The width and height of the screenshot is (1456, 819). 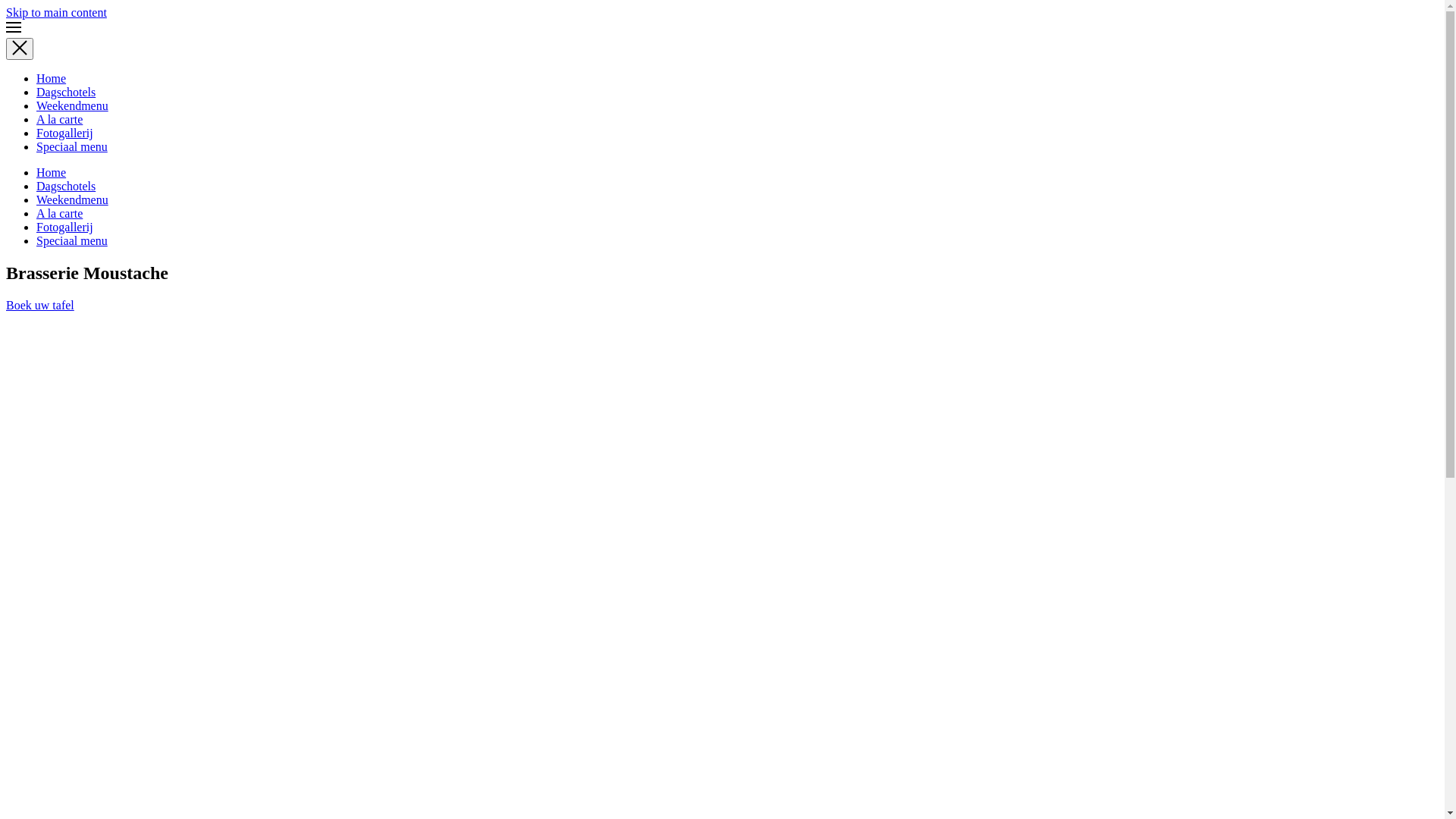 I want to click on 'Skip to main content', so click(x=6, y=12).